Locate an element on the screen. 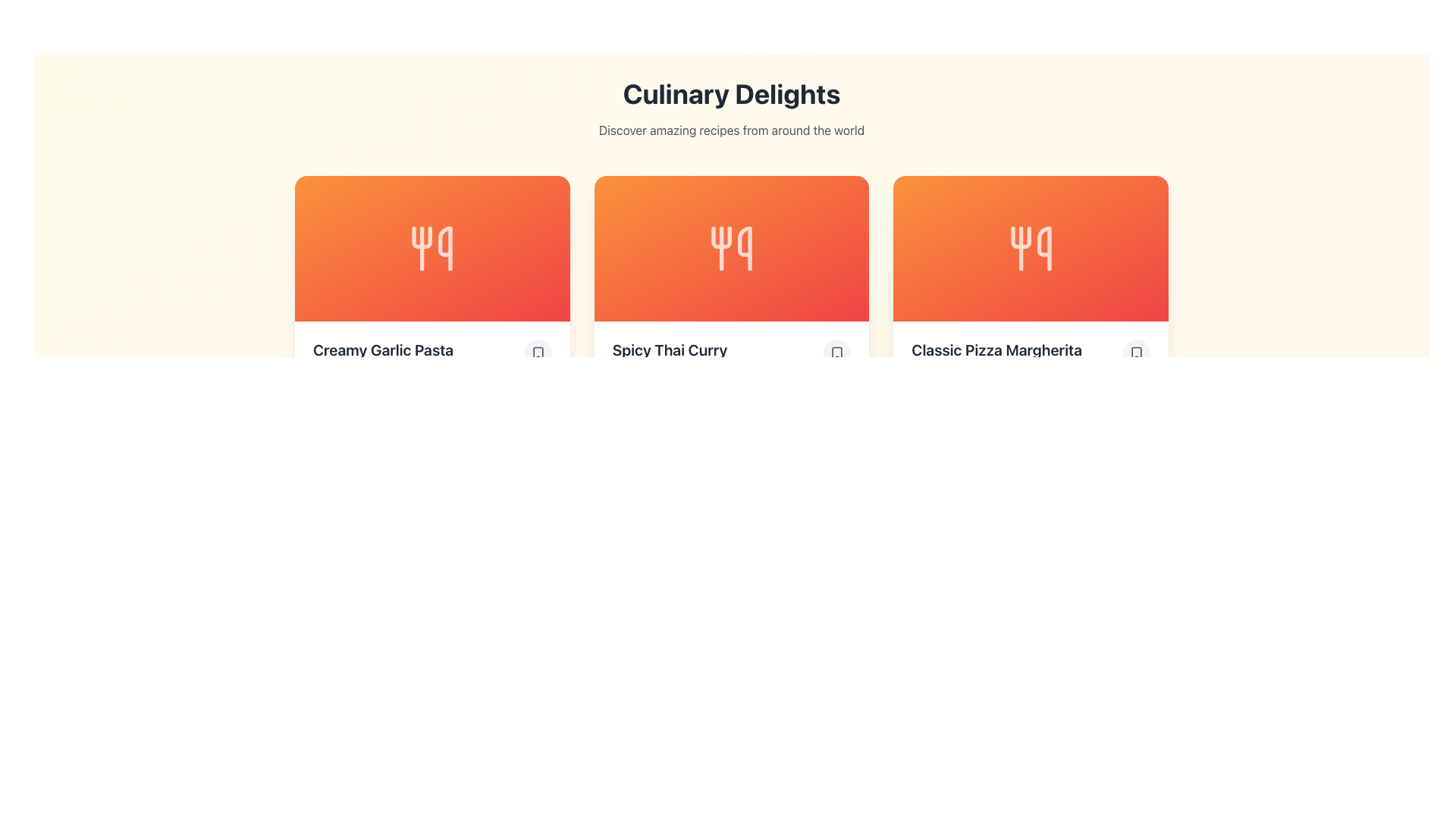 The height and width of the screenshot is (819, 1456). the culinary icon located in the middle card of the three-card layout, specifically positioned within the orange gradient area labeled 'Spicy Thai Curry.' is located at coordinates (720, 237).